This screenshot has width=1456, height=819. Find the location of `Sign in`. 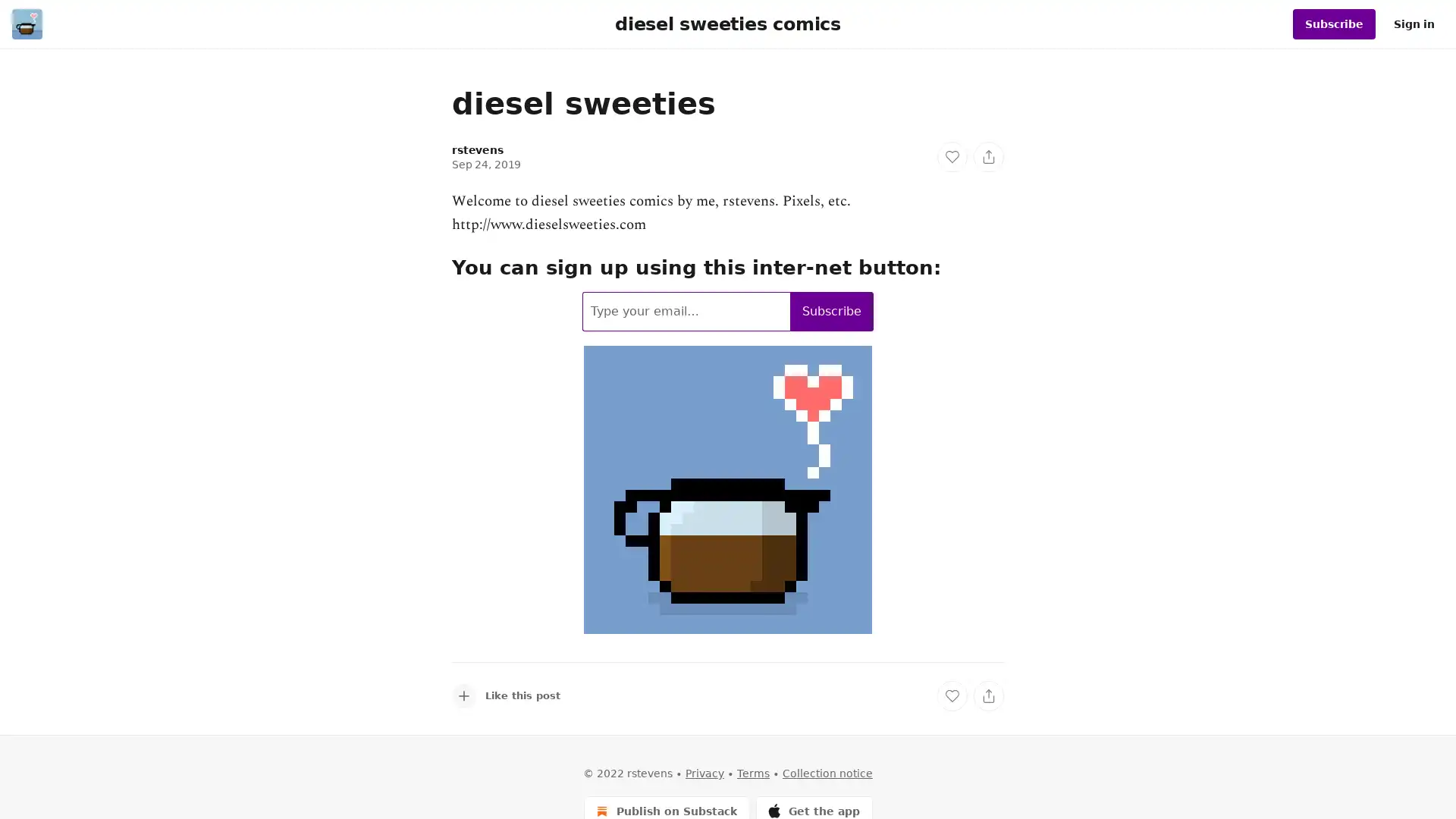

Sign in is located at coordinates (1414, 24).